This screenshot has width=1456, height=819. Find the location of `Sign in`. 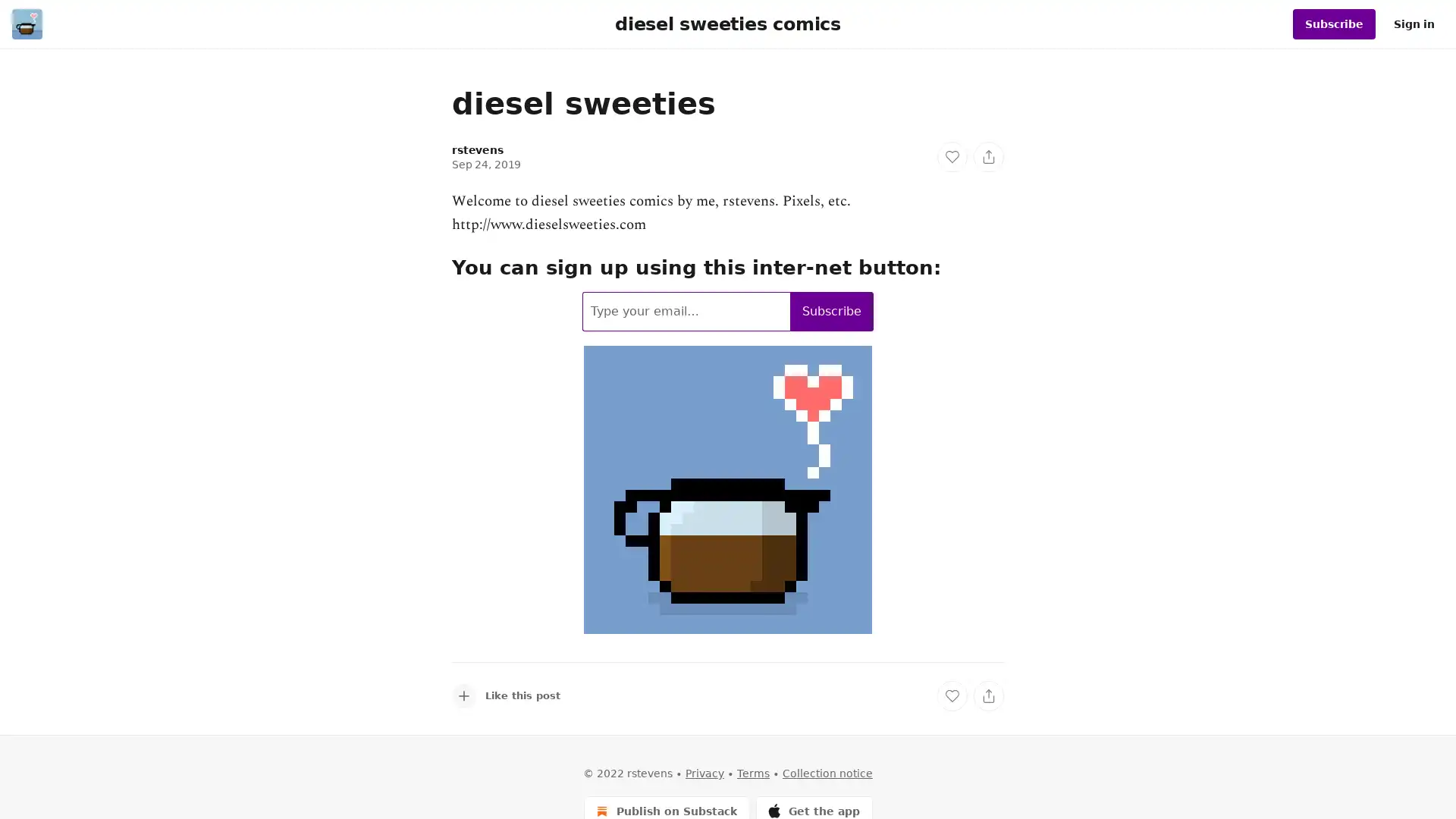

Sign in is located at coordinates (1414, 24).